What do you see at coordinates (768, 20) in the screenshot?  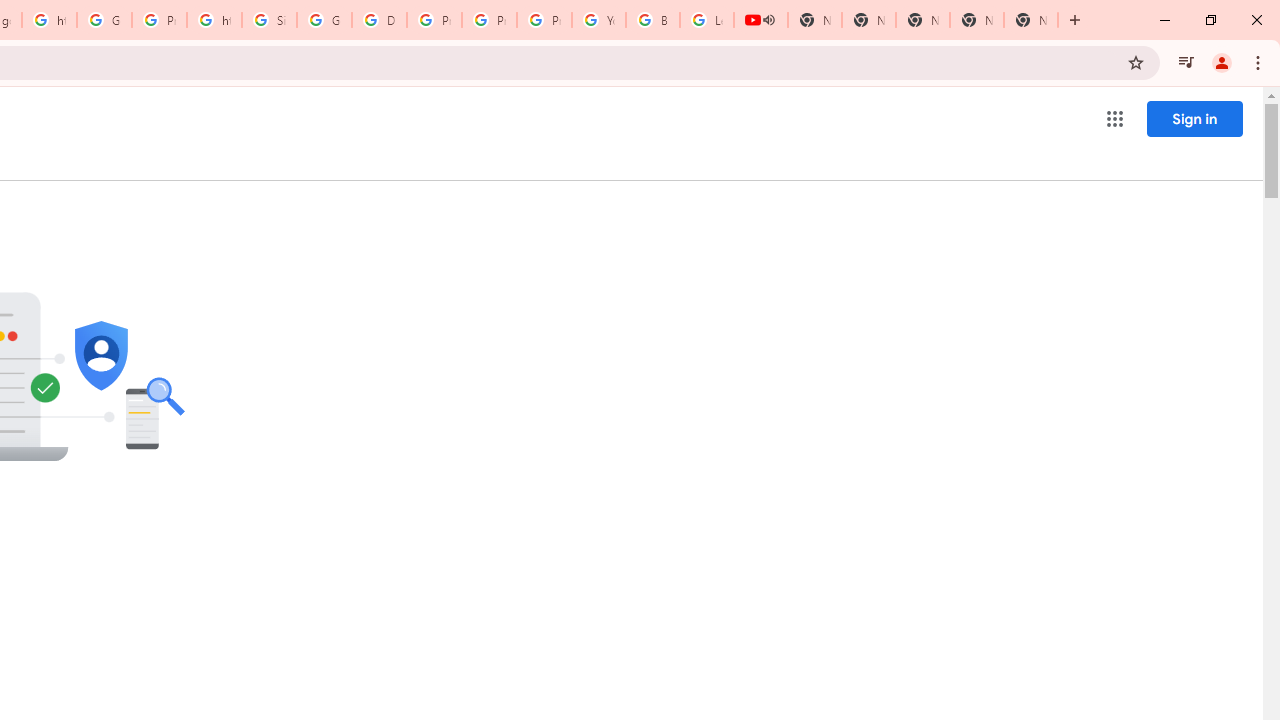 I see `'Mute tab'` at bounding box center [768, 20].